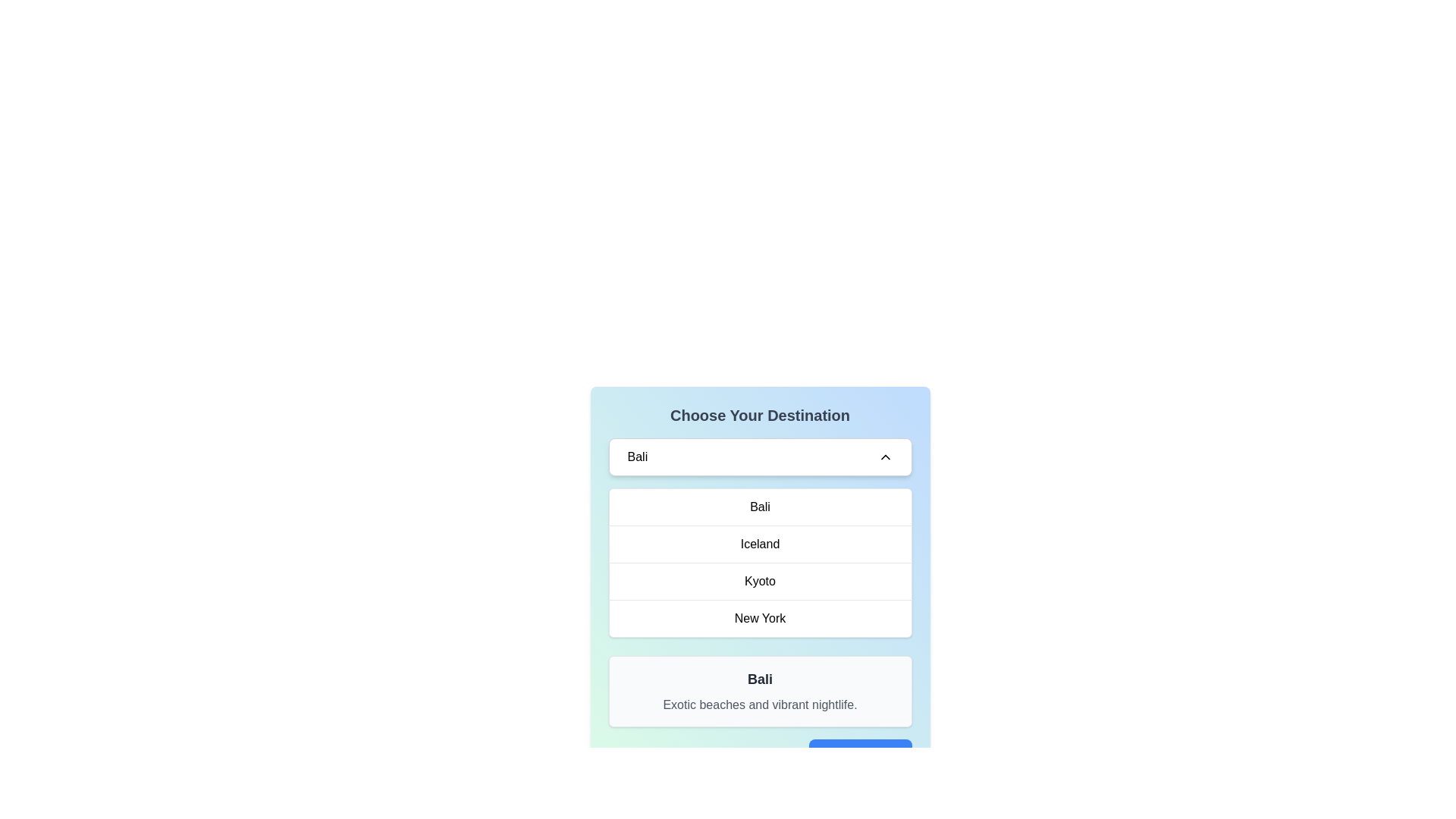  Describe the element at coordinates (760, 507) in the screenshot. I see `the text label for the 'Bali' destination within the list` at that location.